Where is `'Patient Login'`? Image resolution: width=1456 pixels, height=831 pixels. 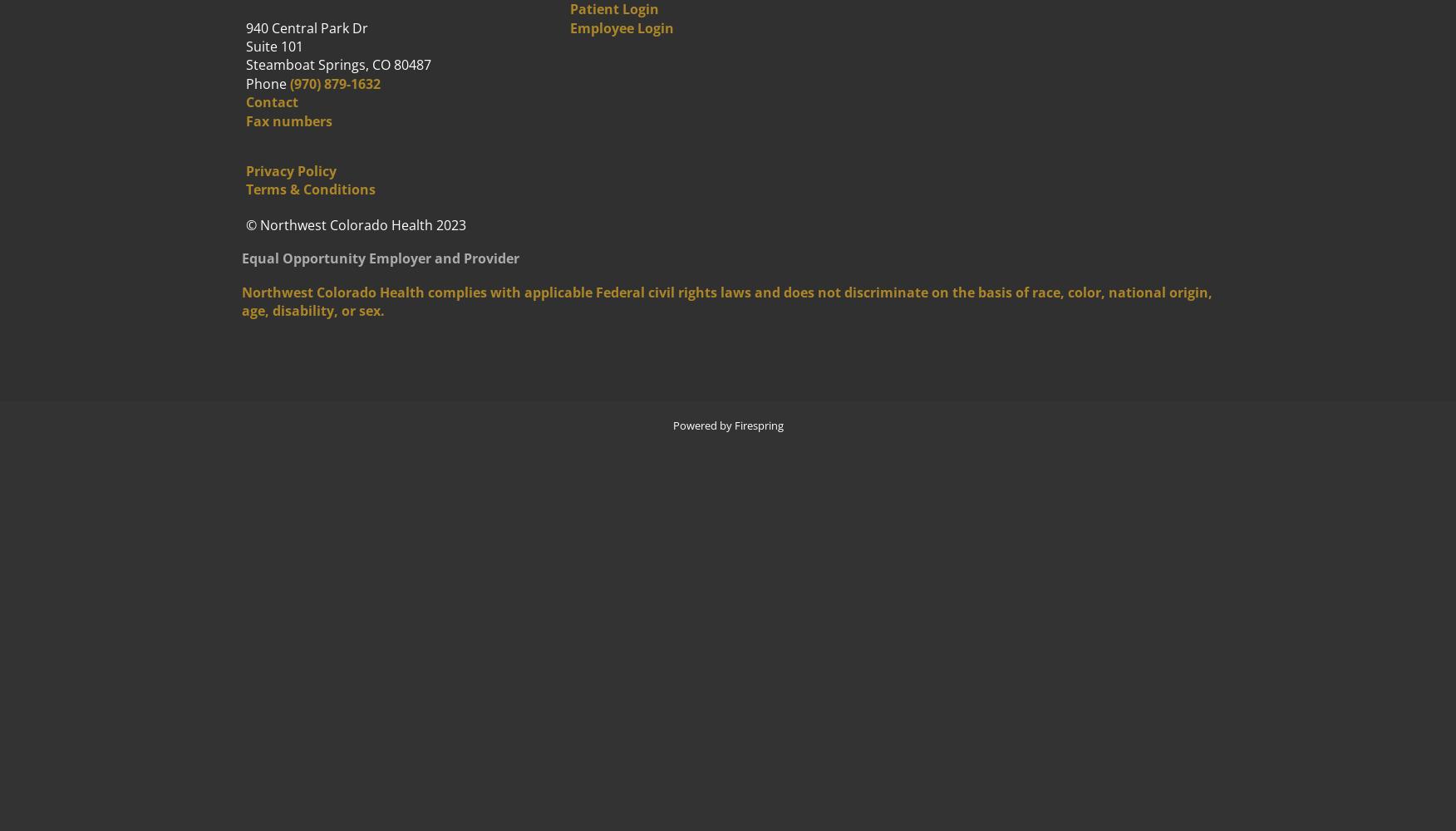 'Patient Login' is located at coordinates (614, 9).